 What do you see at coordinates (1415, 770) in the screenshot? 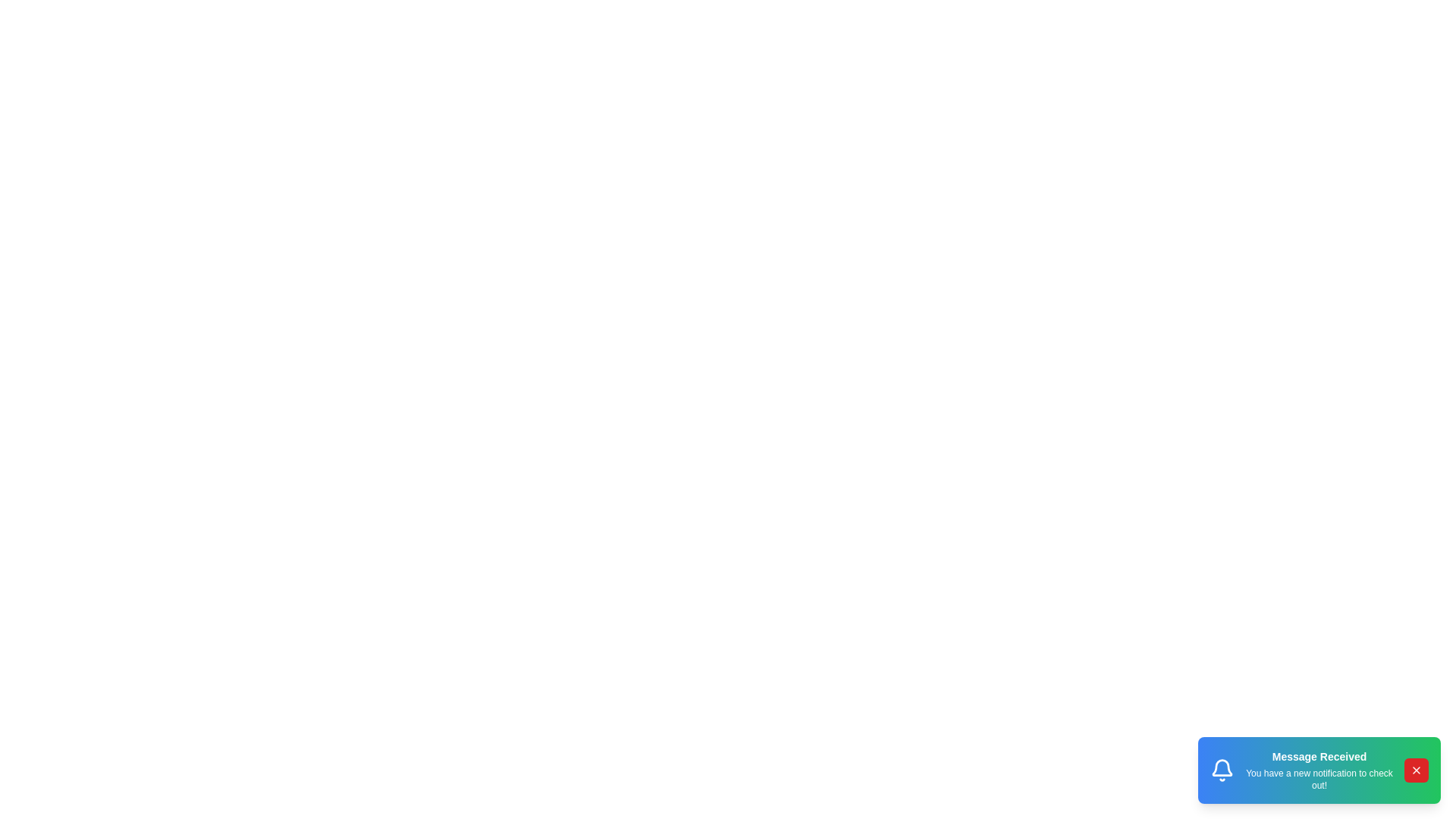
I see `the close button of the notification to dismiss it` at bounding box center [1415, 770].